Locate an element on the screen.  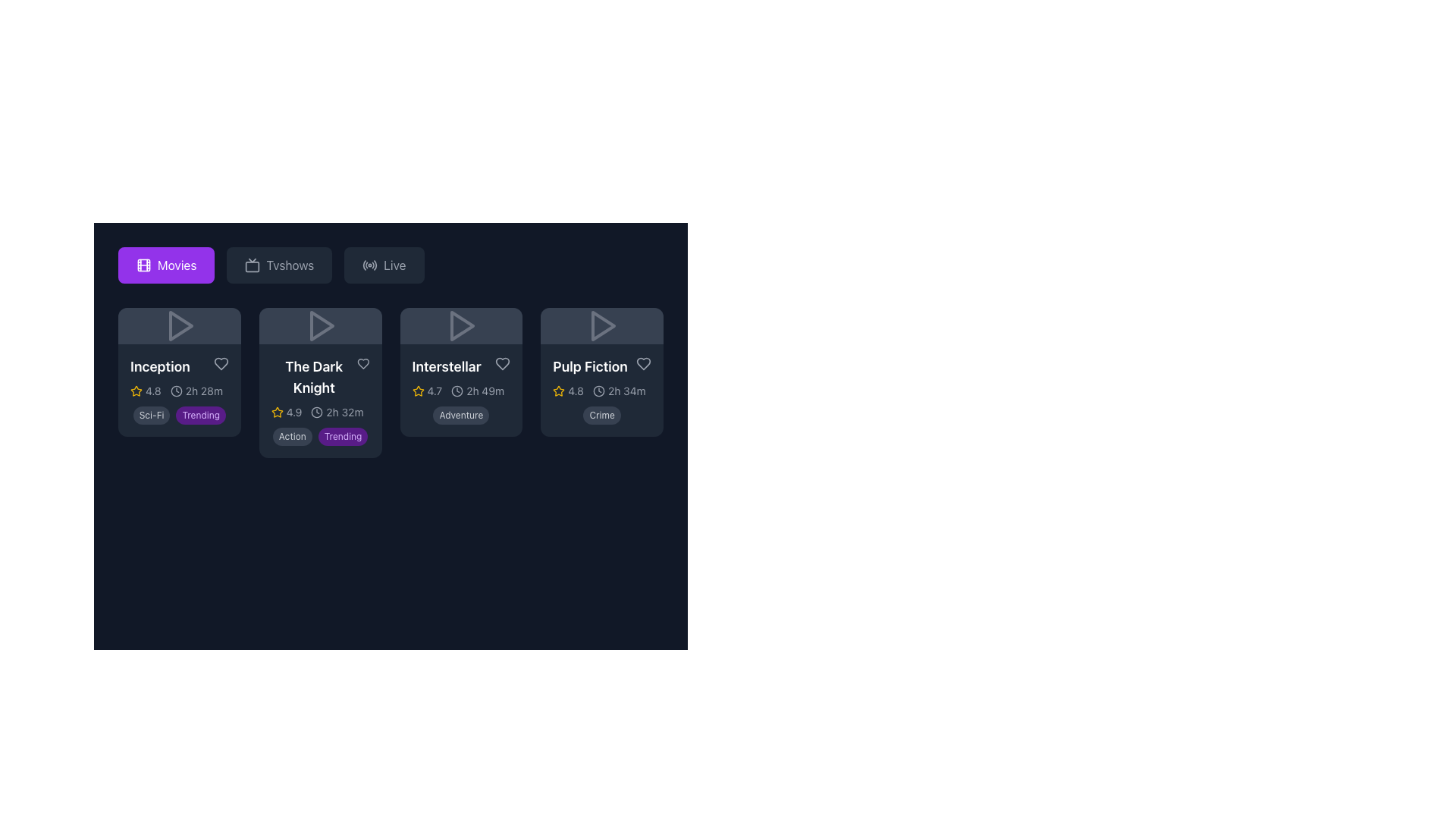
the triangular play icon located in the upper-central region of the card labeled 'The Dark Knight' to play the content is located at coordinates (321, 325).